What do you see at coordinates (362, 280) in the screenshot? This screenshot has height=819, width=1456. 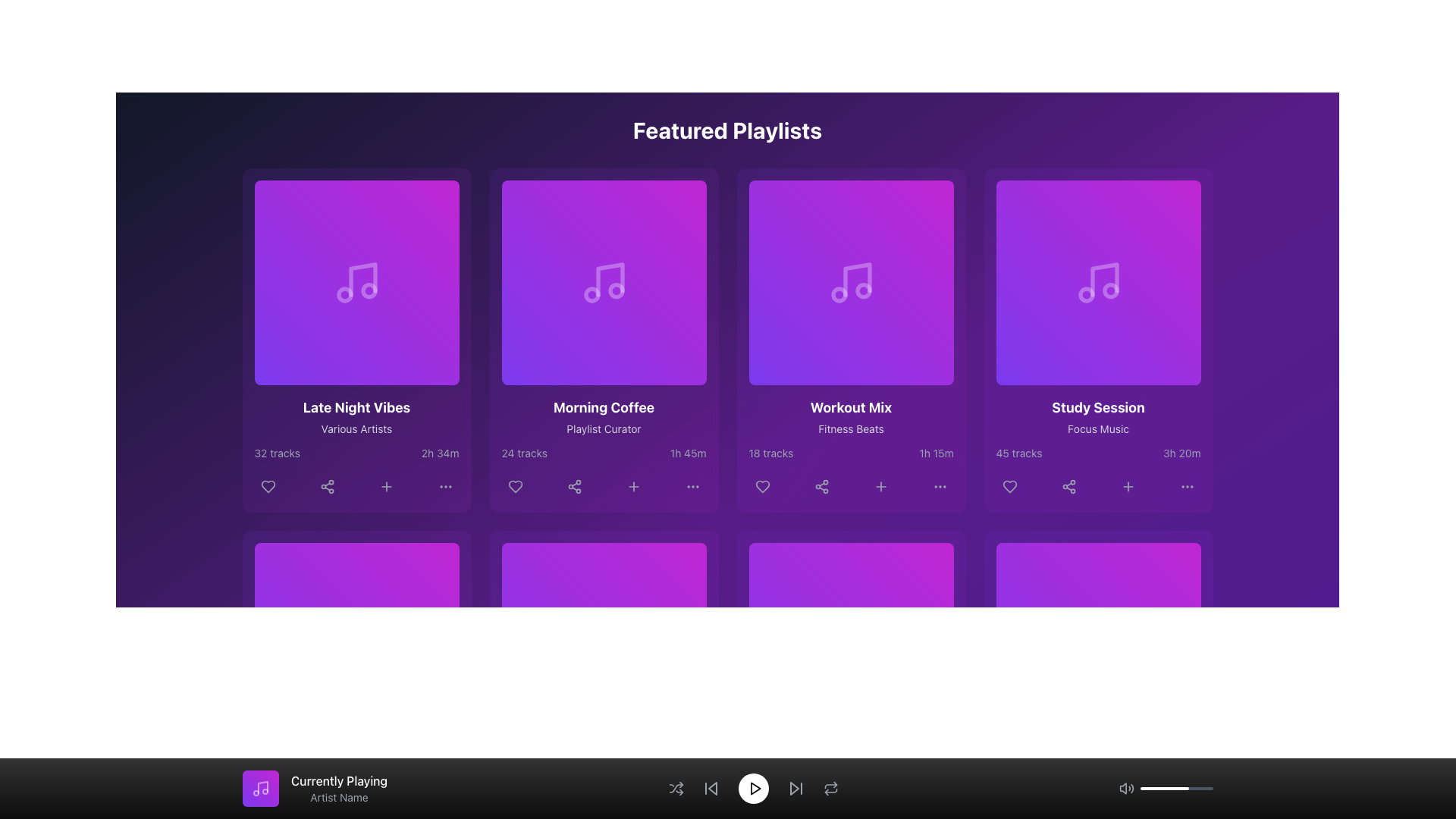 I see `the decorative musical note graphic component at the center of the 'Late Night Vibes' card, specifically the vertical bar of the note` at bounding box center [362, 280].